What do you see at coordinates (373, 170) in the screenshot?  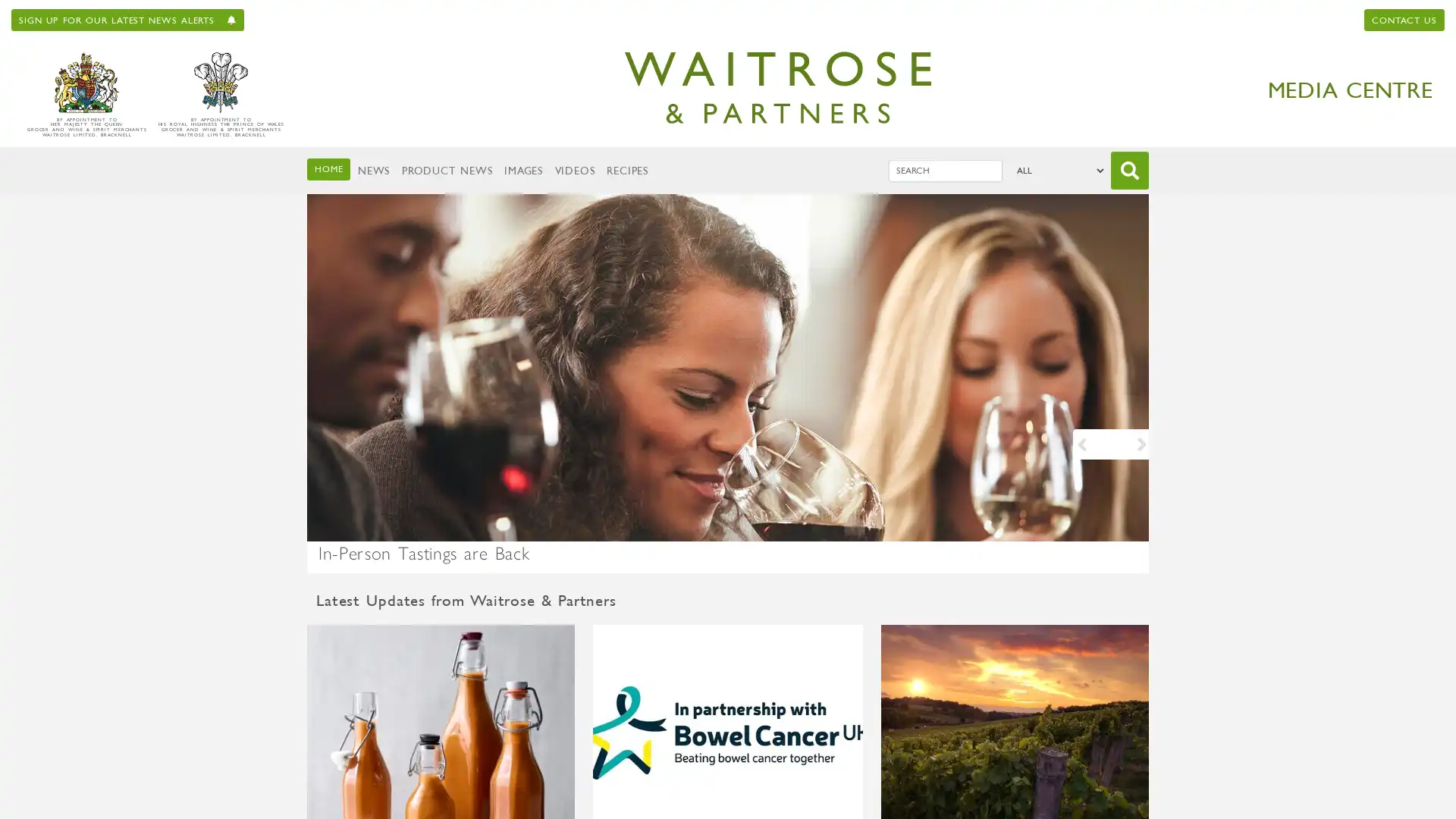 I see `NEWS` at bounding box center [373, 170].